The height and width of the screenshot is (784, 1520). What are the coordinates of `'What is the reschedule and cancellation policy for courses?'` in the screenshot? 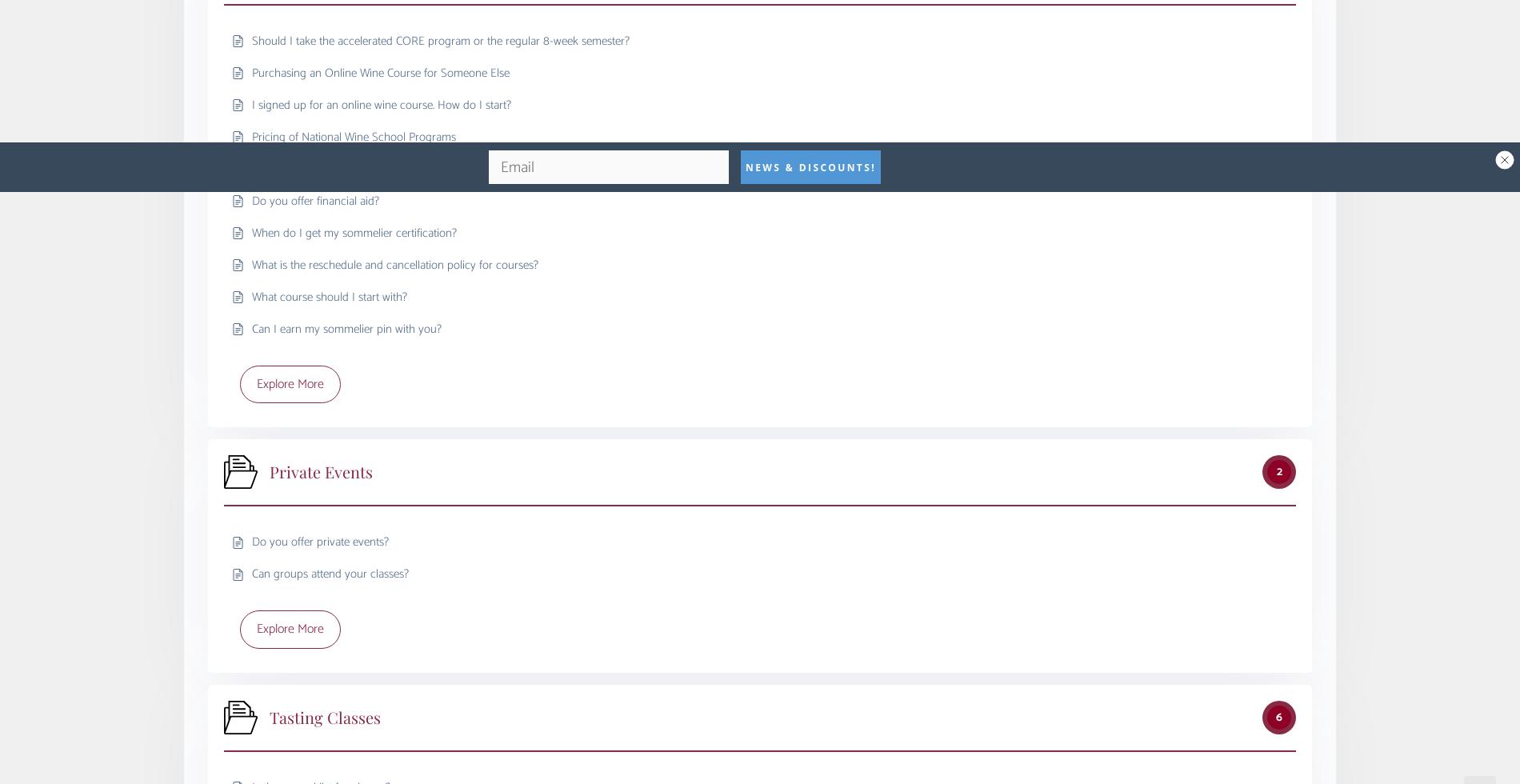 It's located at (395, 264).